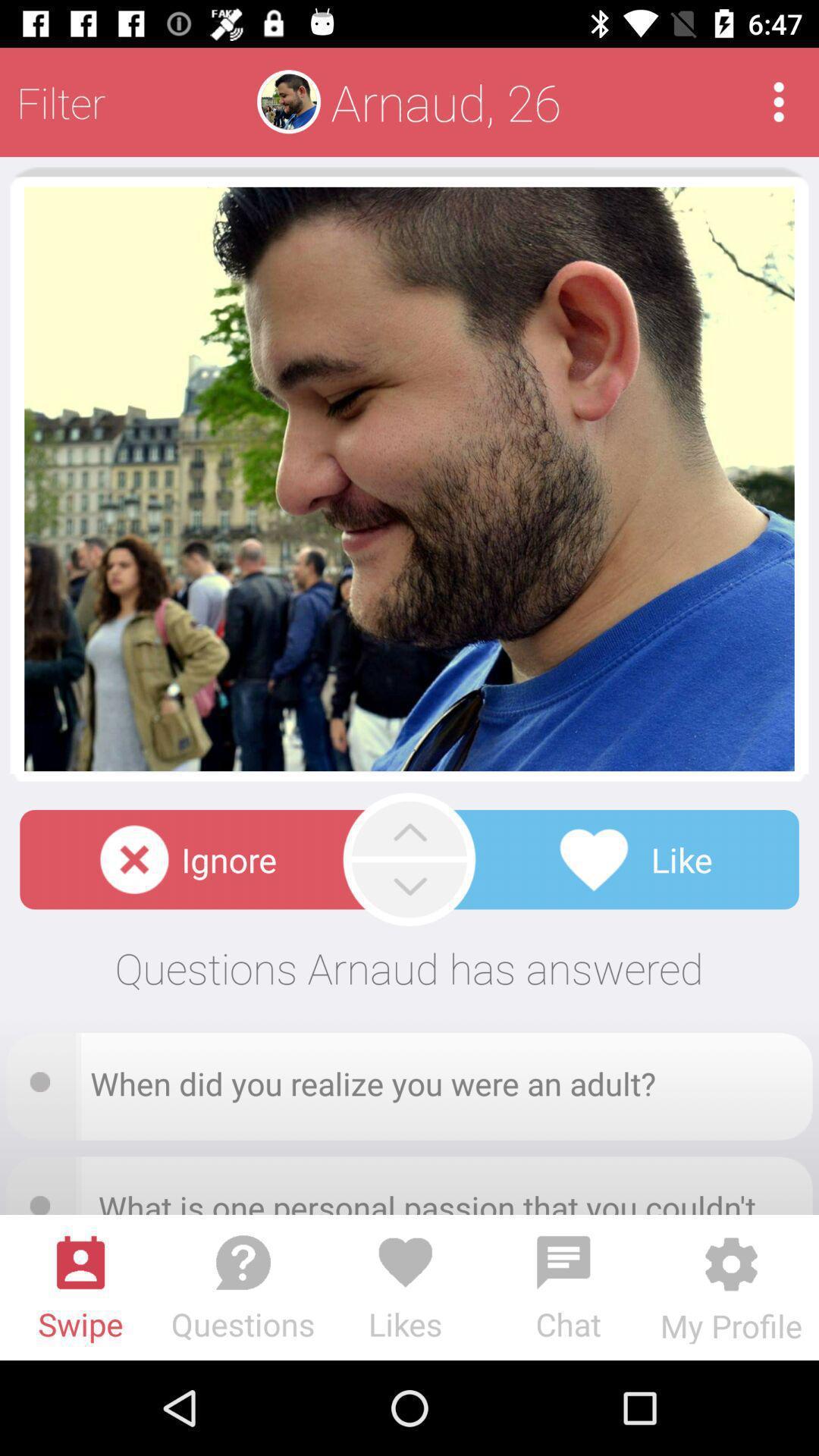 This screenshot has height=1456, width=819. What do you see at coordinates (779, 101) in the screenshot?
I see `icon at the top right corner` at bounding box center [779, 101].